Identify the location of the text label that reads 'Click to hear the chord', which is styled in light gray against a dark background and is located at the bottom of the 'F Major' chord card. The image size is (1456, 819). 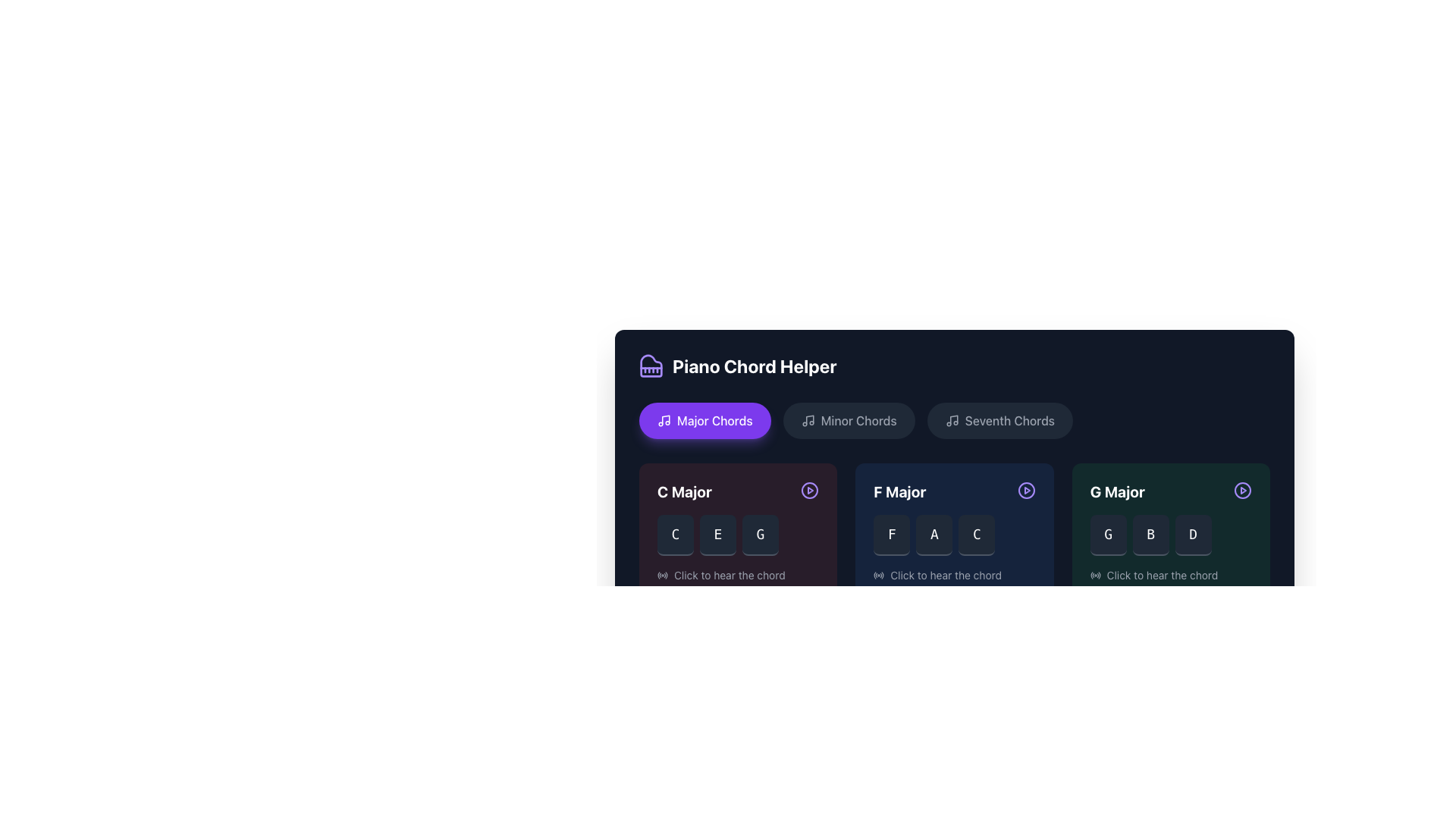
(945, 576).